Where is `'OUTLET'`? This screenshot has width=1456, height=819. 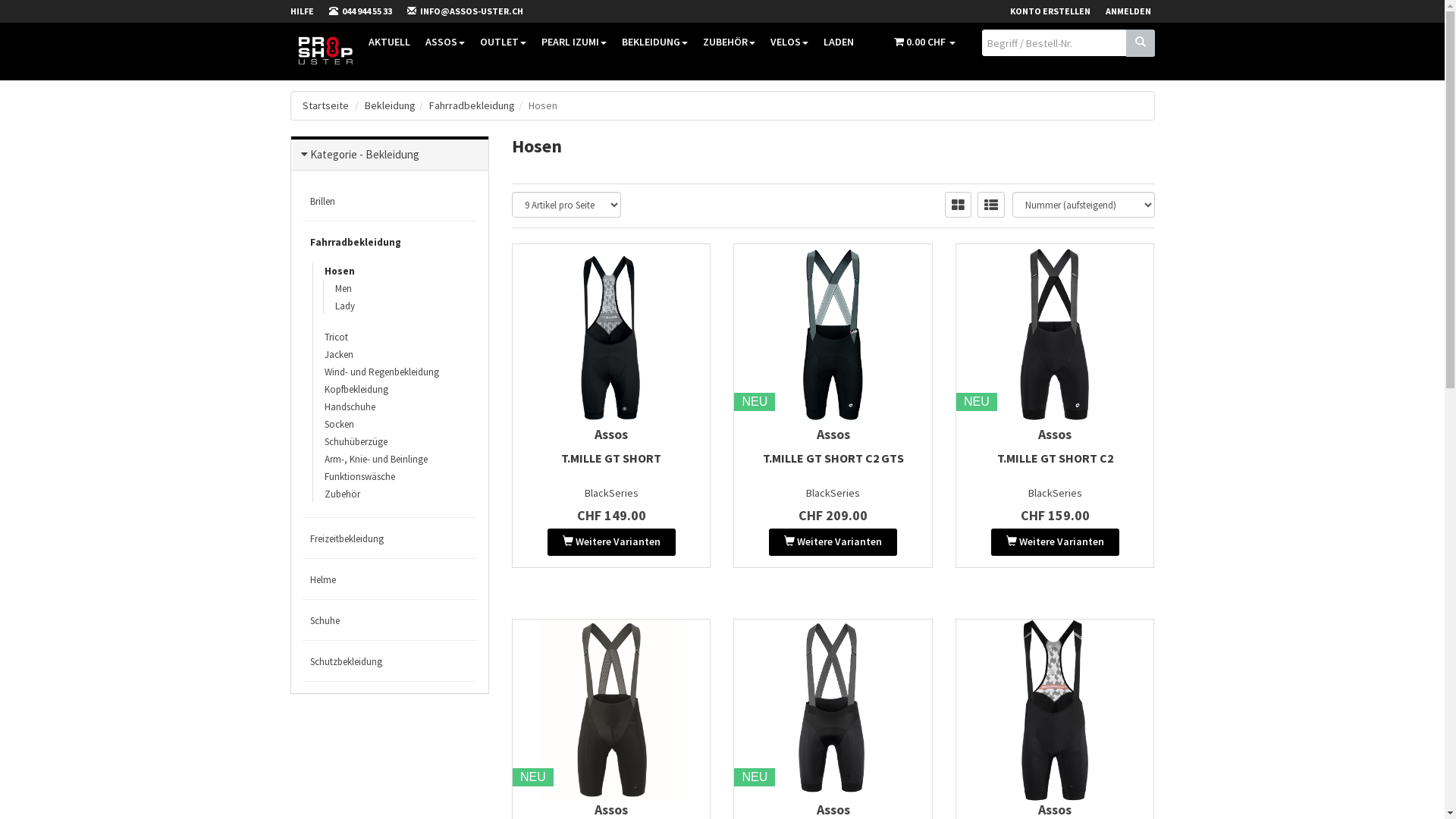 'OUTLET' is located at coordinates (502, 40).